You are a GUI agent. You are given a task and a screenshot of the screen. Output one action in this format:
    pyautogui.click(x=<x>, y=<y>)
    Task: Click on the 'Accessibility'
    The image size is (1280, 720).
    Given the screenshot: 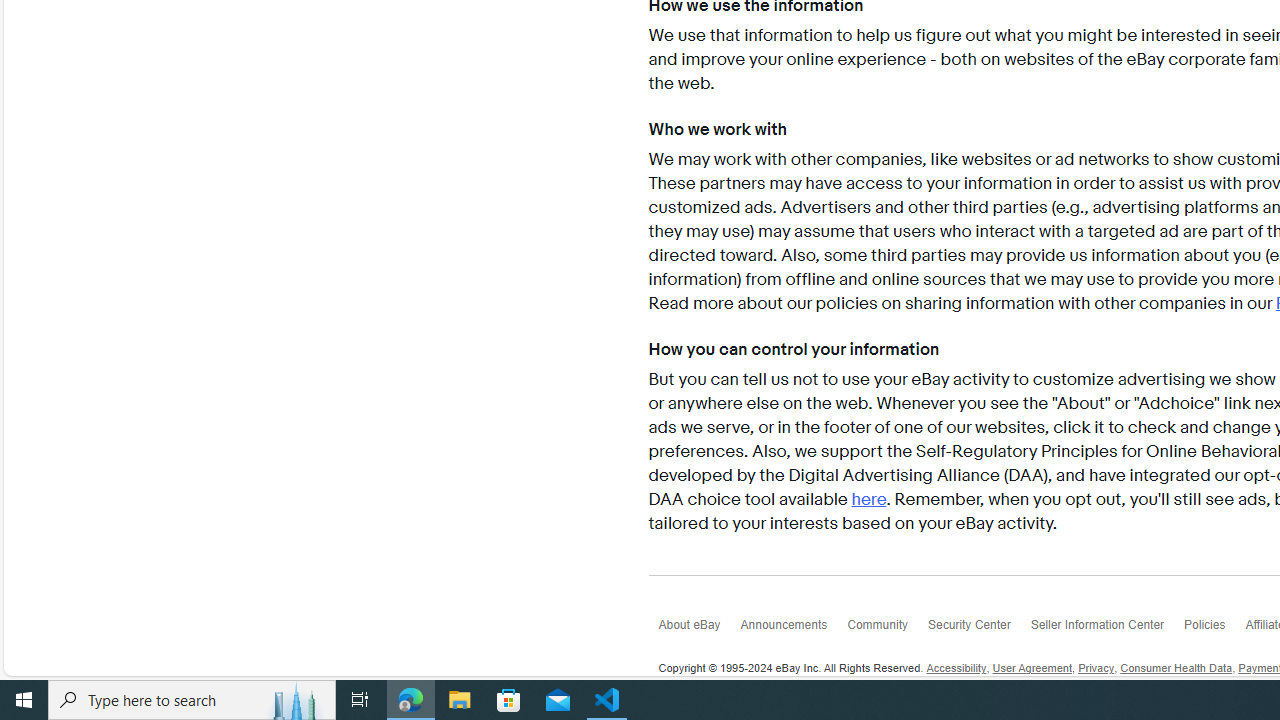 What is the action you would take?
    pyautogui.click(x=955, y=669)
    